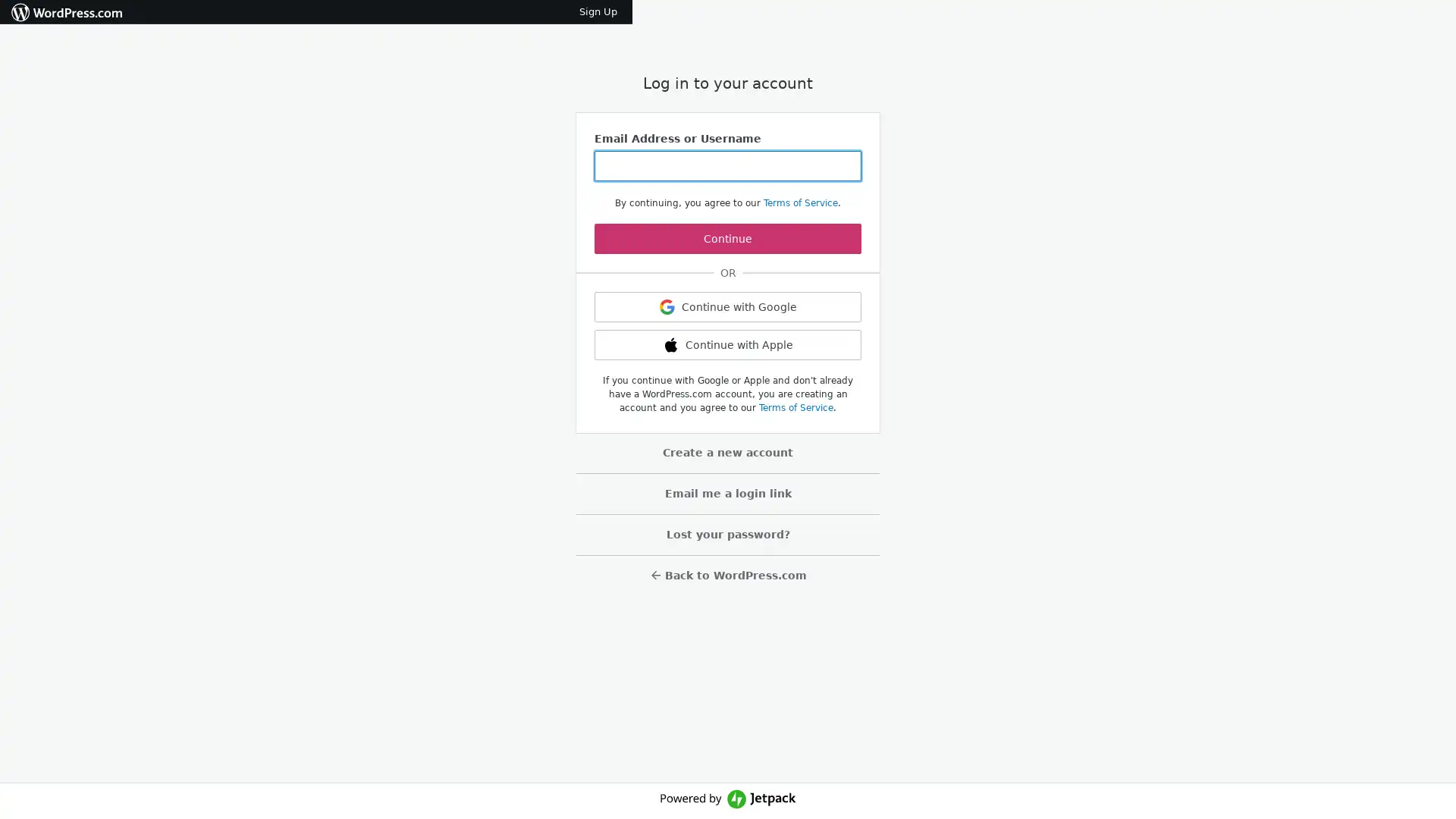 The width and height of the screenshot is (1456, 819). What do you see at coordinates (728, 345) in the screenshot?
I see `Continue with Apple` at bounding box center [728, 345].